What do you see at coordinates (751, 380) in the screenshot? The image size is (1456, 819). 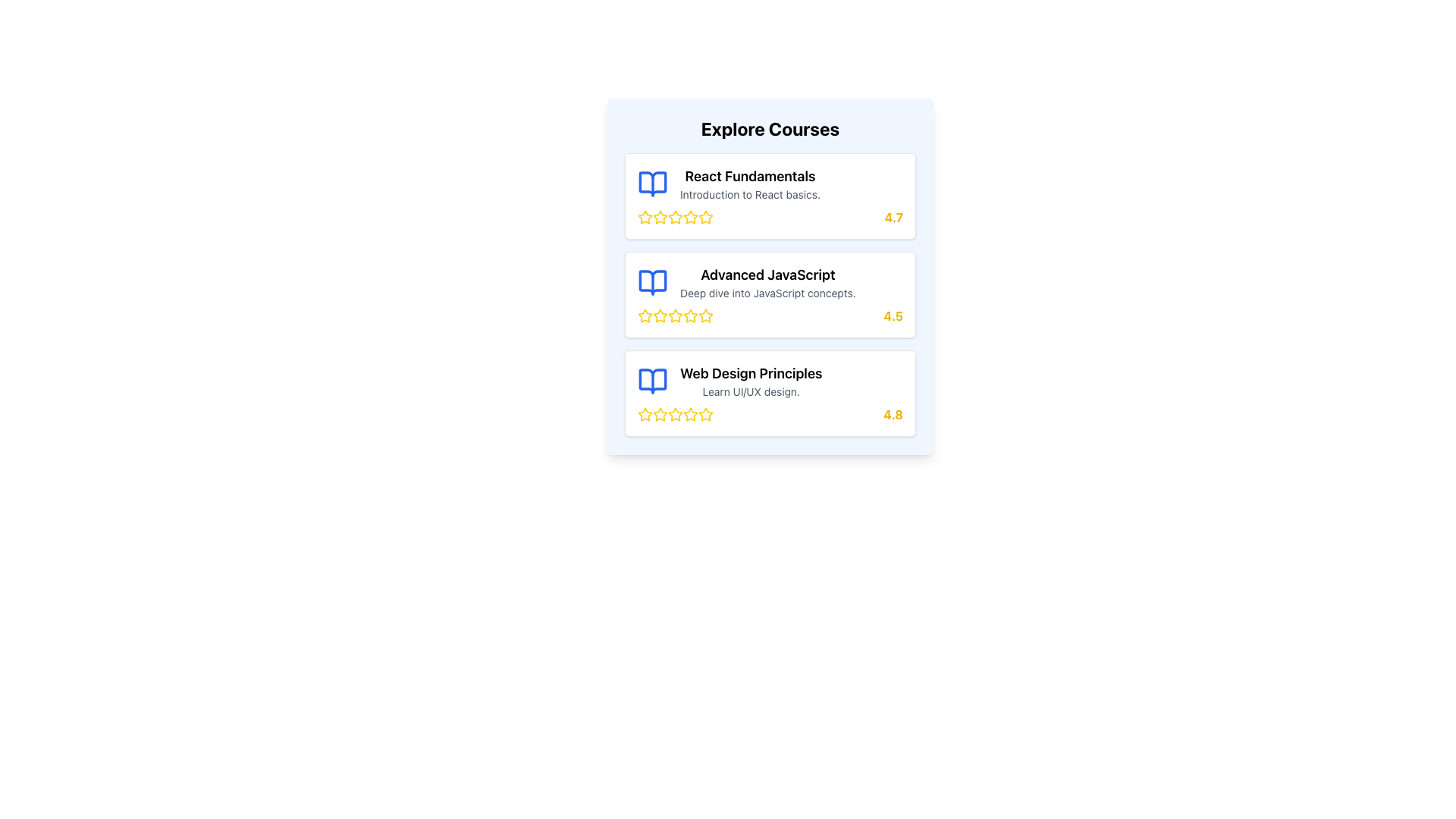 I see `the Text Label displaying 'Web Design Principles' and 'Learn UI/UX design' located in the third row under 'Explore Courses'` at bounding box center [751, 380].